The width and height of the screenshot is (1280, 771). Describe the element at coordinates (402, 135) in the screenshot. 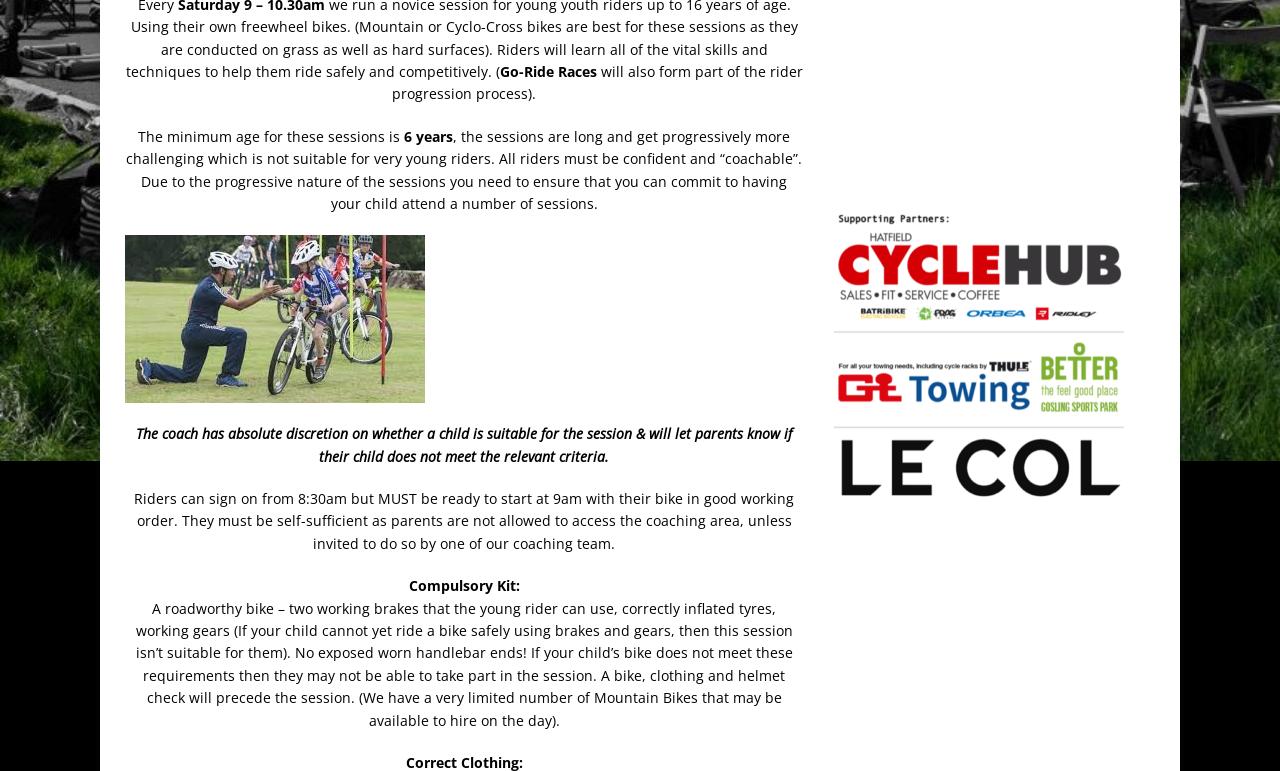

I see `'6 years'` at that location.